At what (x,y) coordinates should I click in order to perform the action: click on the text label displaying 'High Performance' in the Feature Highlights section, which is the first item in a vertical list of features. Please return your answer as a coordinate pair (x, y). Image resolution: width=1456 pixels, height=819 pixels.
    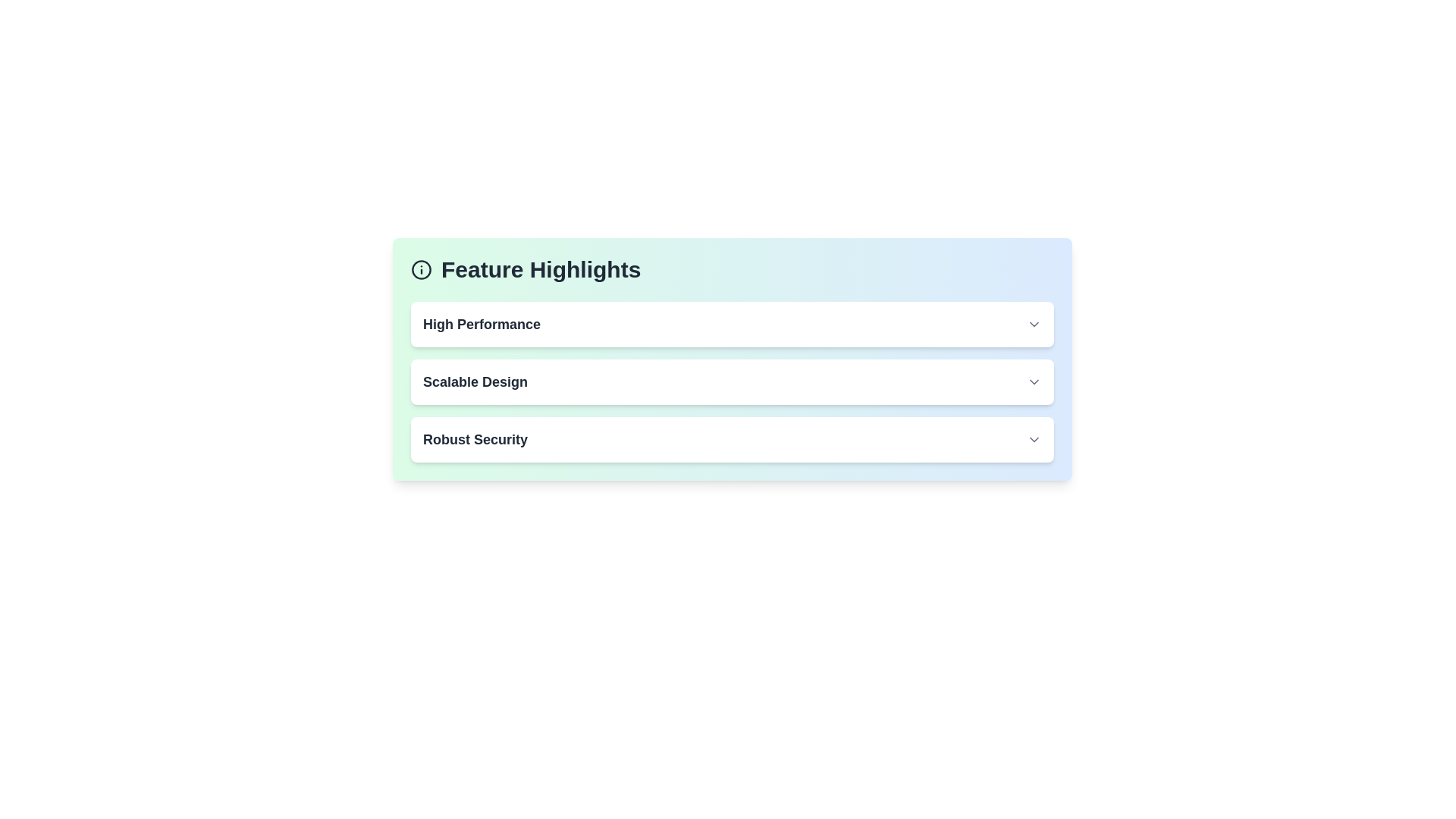
    Looking at the image, I should click on (481, 324).